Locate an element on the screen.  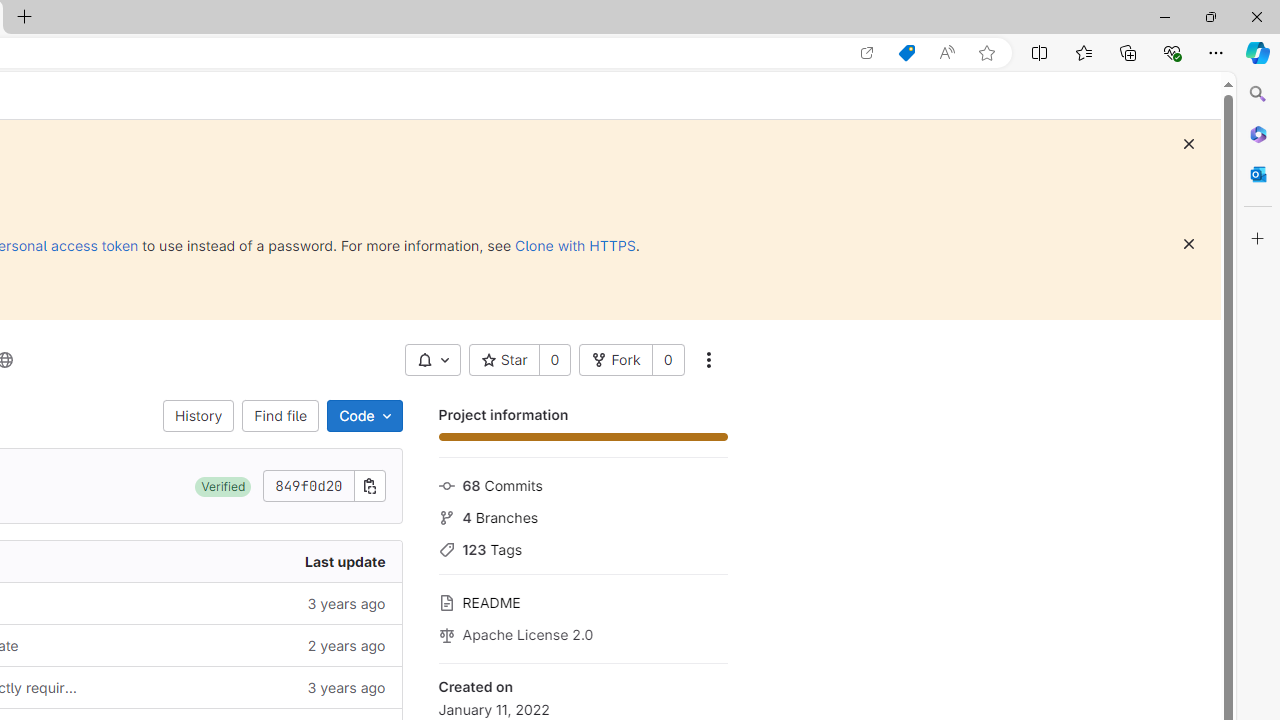
'Fork' is located at coordinates (614, 360).